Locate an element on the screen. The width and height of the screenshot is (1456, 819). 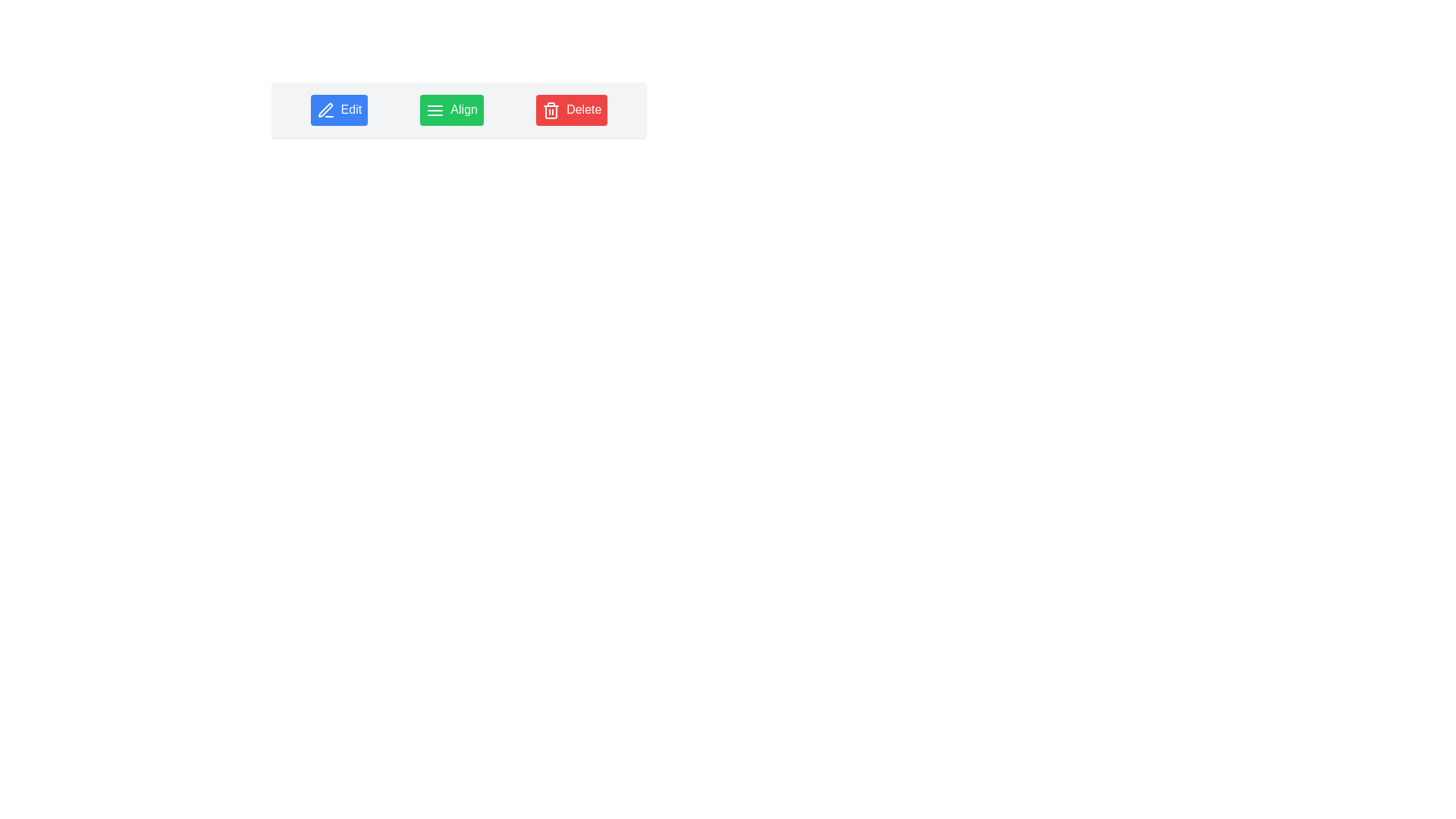
the deletion icon located to the left of the red 'Delete' button, which is the third item in a row of similar buttons is located at coordinates (551, 109).